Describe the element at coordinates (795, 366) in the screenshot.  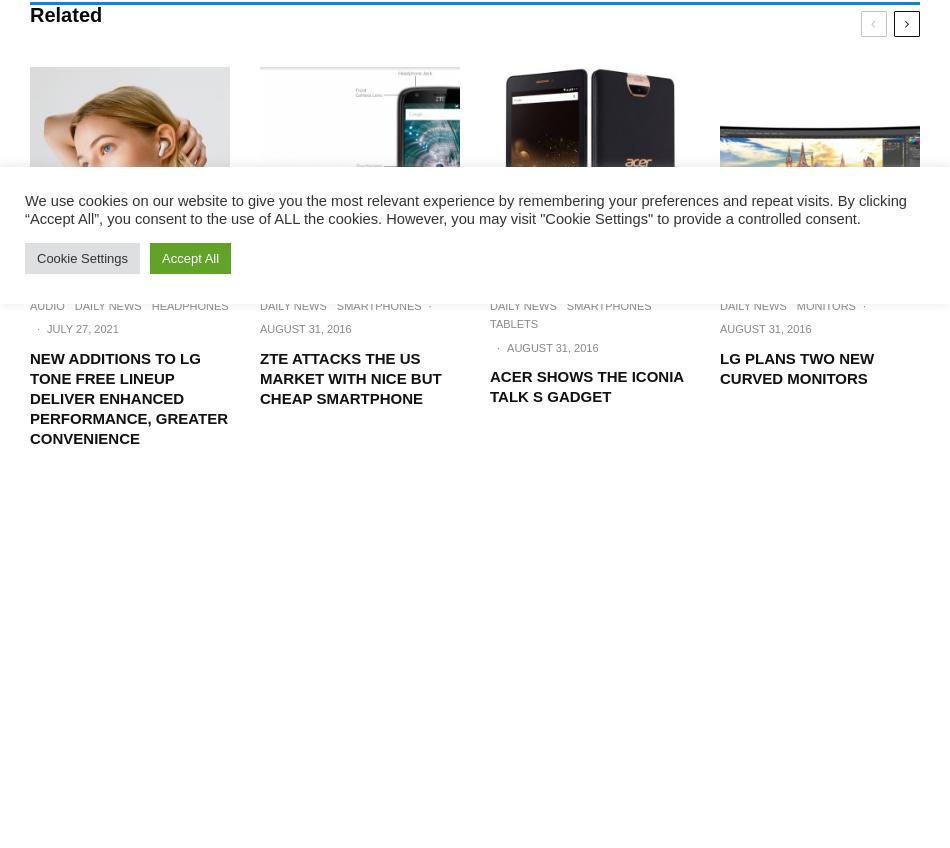
I see `'LG plans two new curved monitors'` at that location.